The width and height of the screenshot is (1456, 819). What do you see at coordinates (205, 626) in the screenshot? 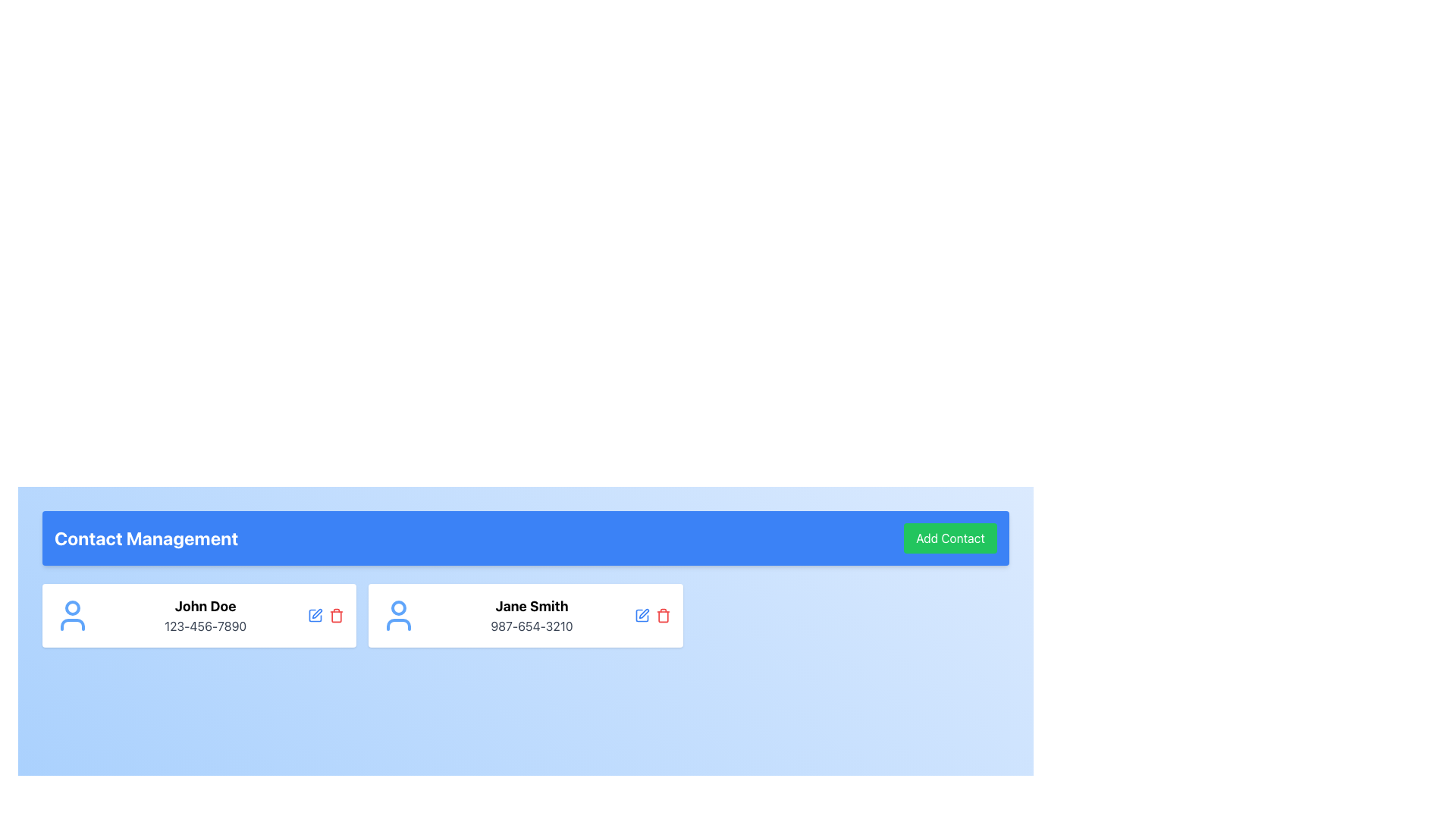
I see `the static Text Label displaying the phone number for the contact entry named 'John Doe', which is positioned immediately below the 'John Doe' label in the 'Contact Management' section` at bounding box center [205, 626].